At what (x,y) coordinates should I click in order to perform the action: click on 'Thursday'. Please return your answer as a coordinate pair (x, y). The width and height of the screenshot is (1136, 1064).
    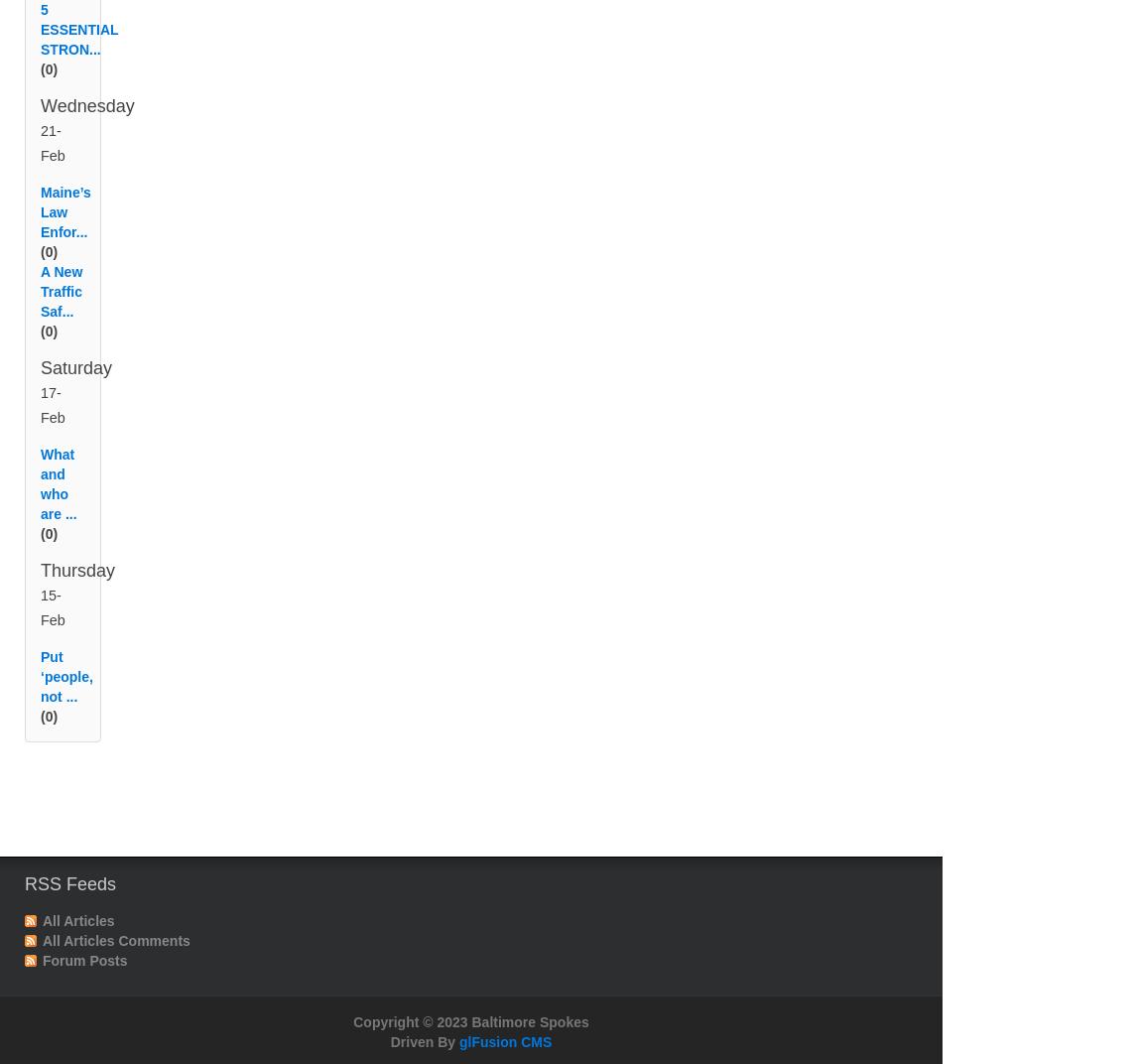
    Looking at the image, I should click on (77, 594).